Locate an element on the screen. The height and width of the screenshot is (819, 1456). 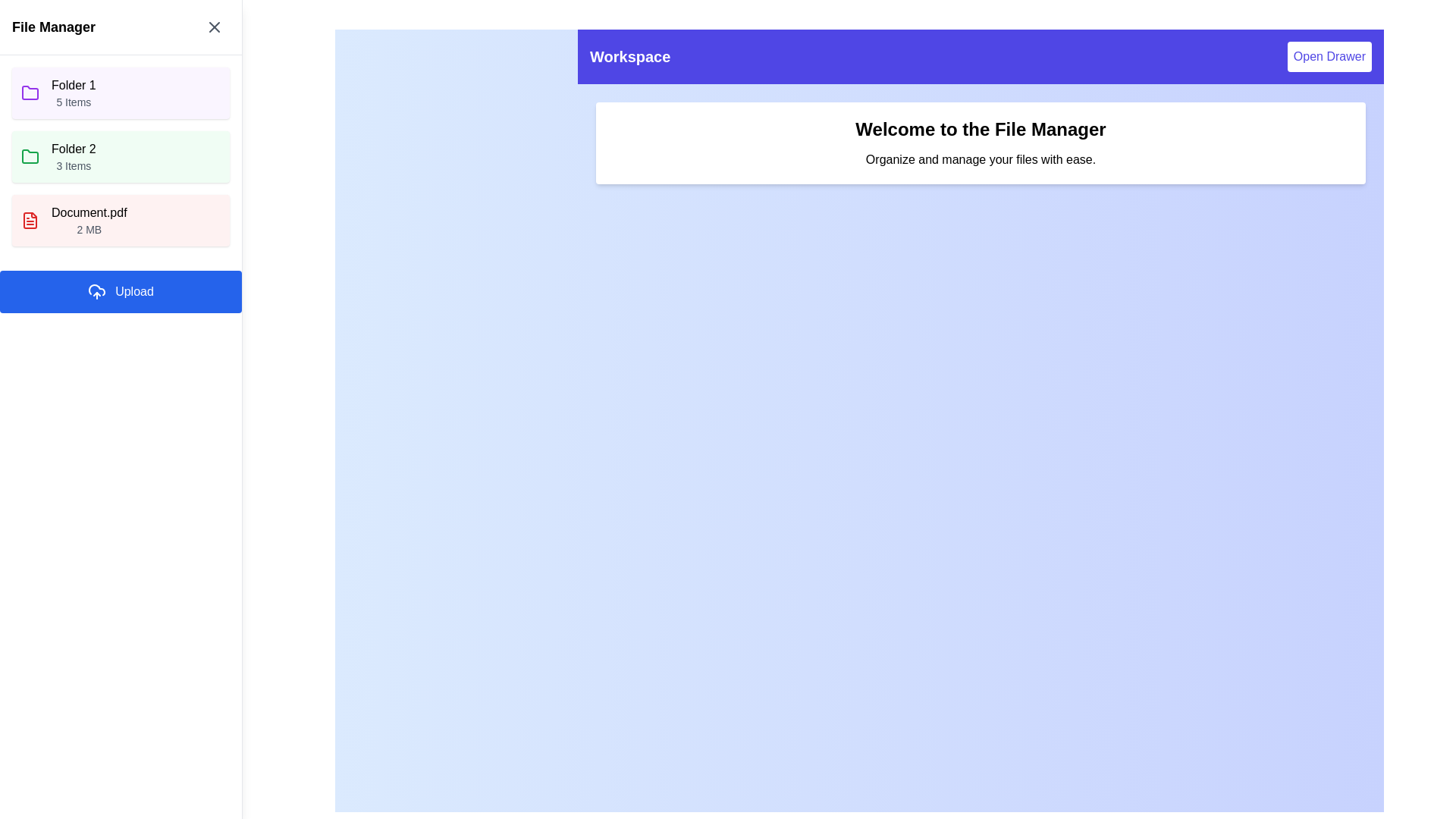
the close icon located at the top-right corner of the File Manager panel is located at coordinates (214, 27).